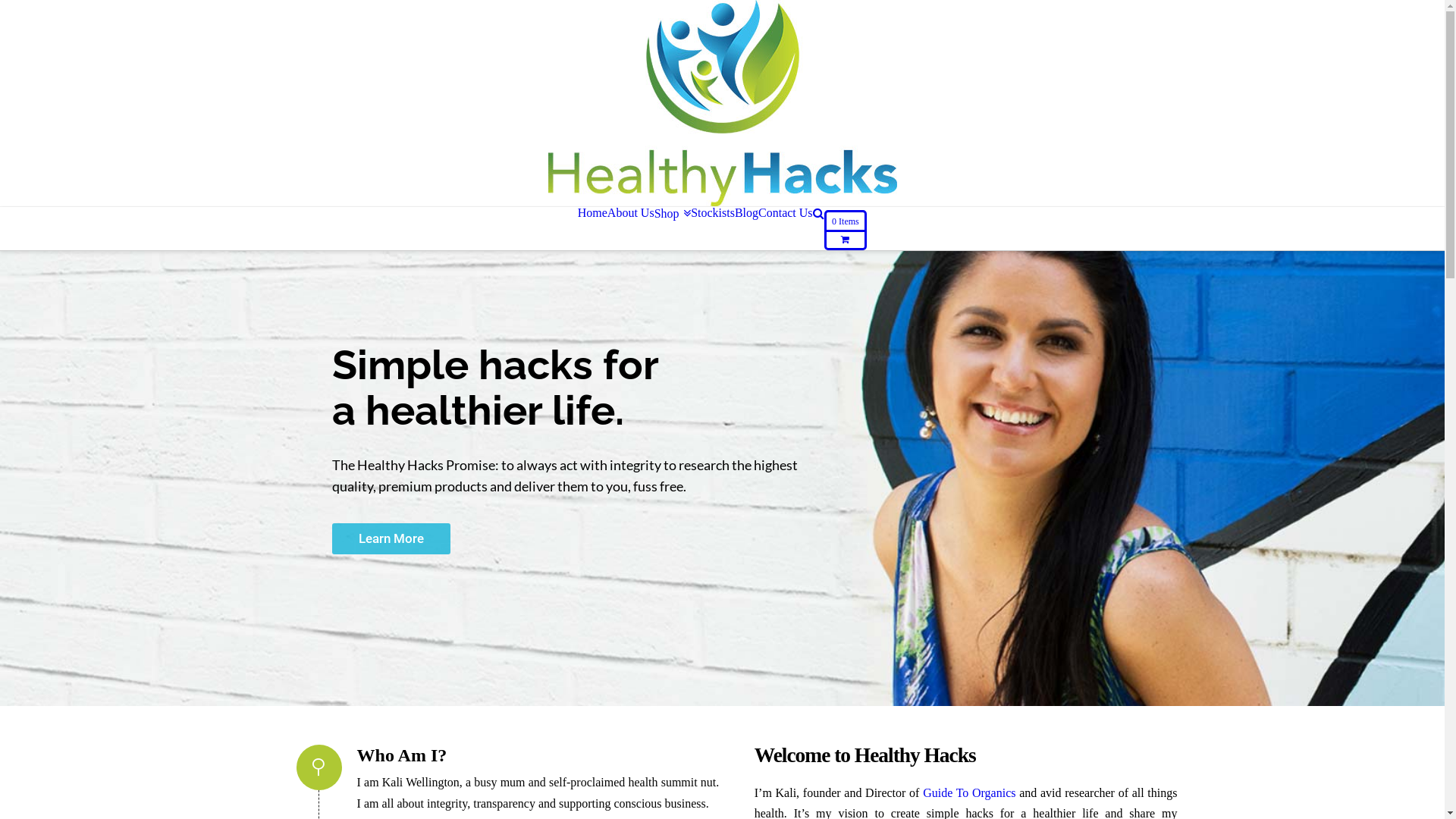  I want to click on '0 Items', so click(845, 228).